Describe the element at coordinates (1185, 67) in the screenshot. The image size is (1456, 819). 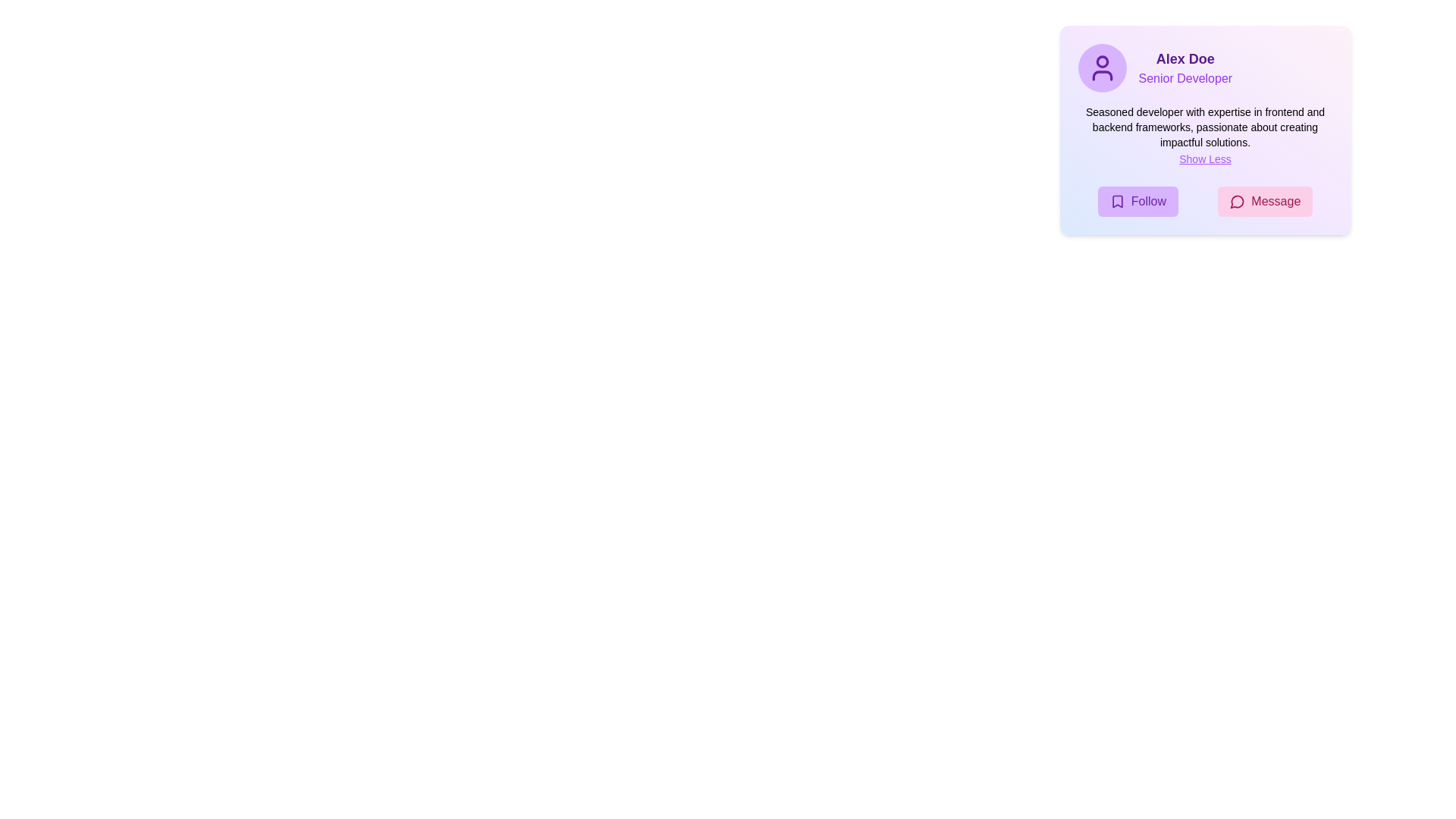
I see `the text block displaying the name 'Alex Doe' and the title 'Senior Developer', which is centrally located in the card interface, immediately to the right of the circular avatar icon` at that location.